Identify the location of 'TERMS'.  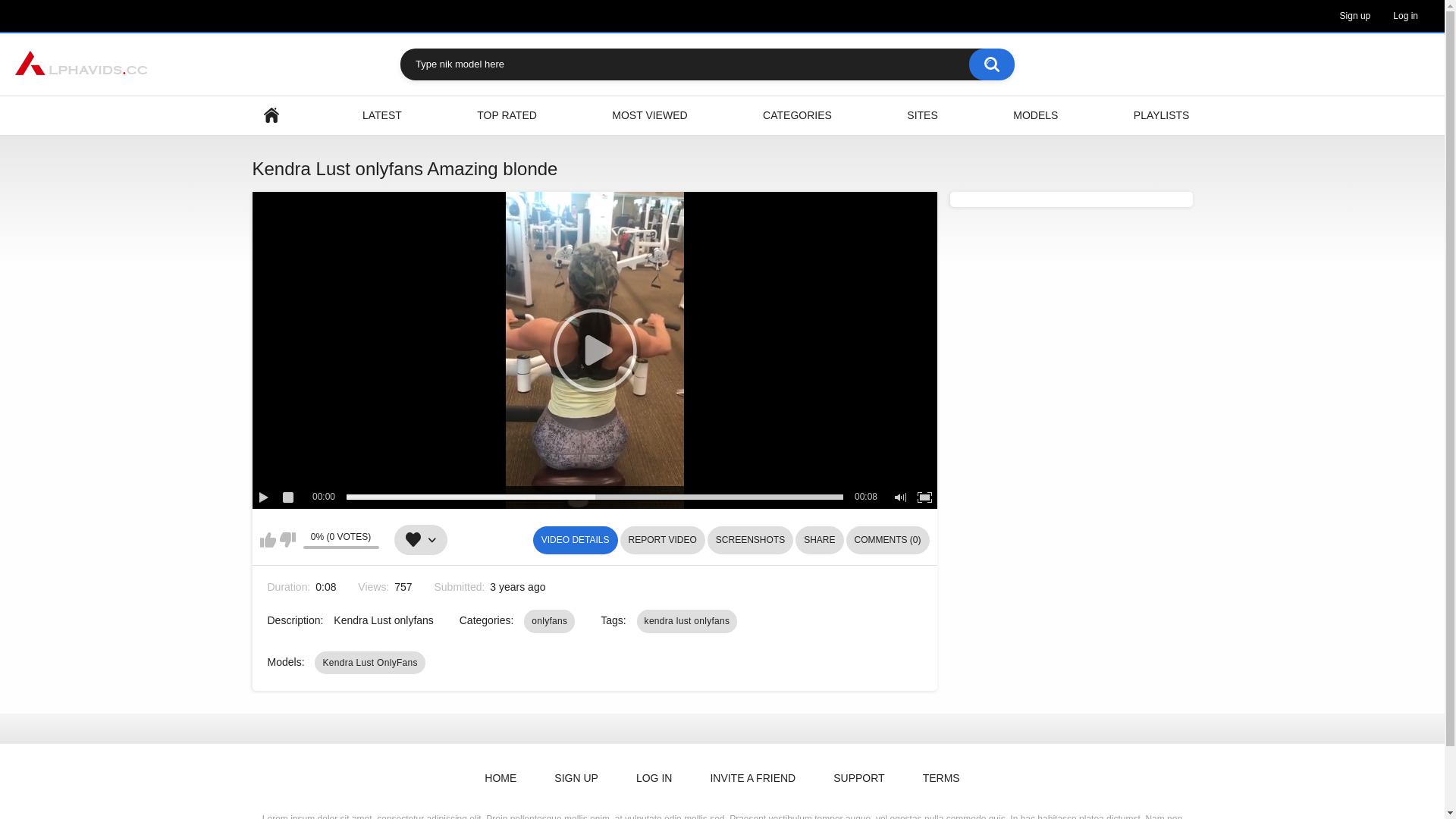
(940, 778).